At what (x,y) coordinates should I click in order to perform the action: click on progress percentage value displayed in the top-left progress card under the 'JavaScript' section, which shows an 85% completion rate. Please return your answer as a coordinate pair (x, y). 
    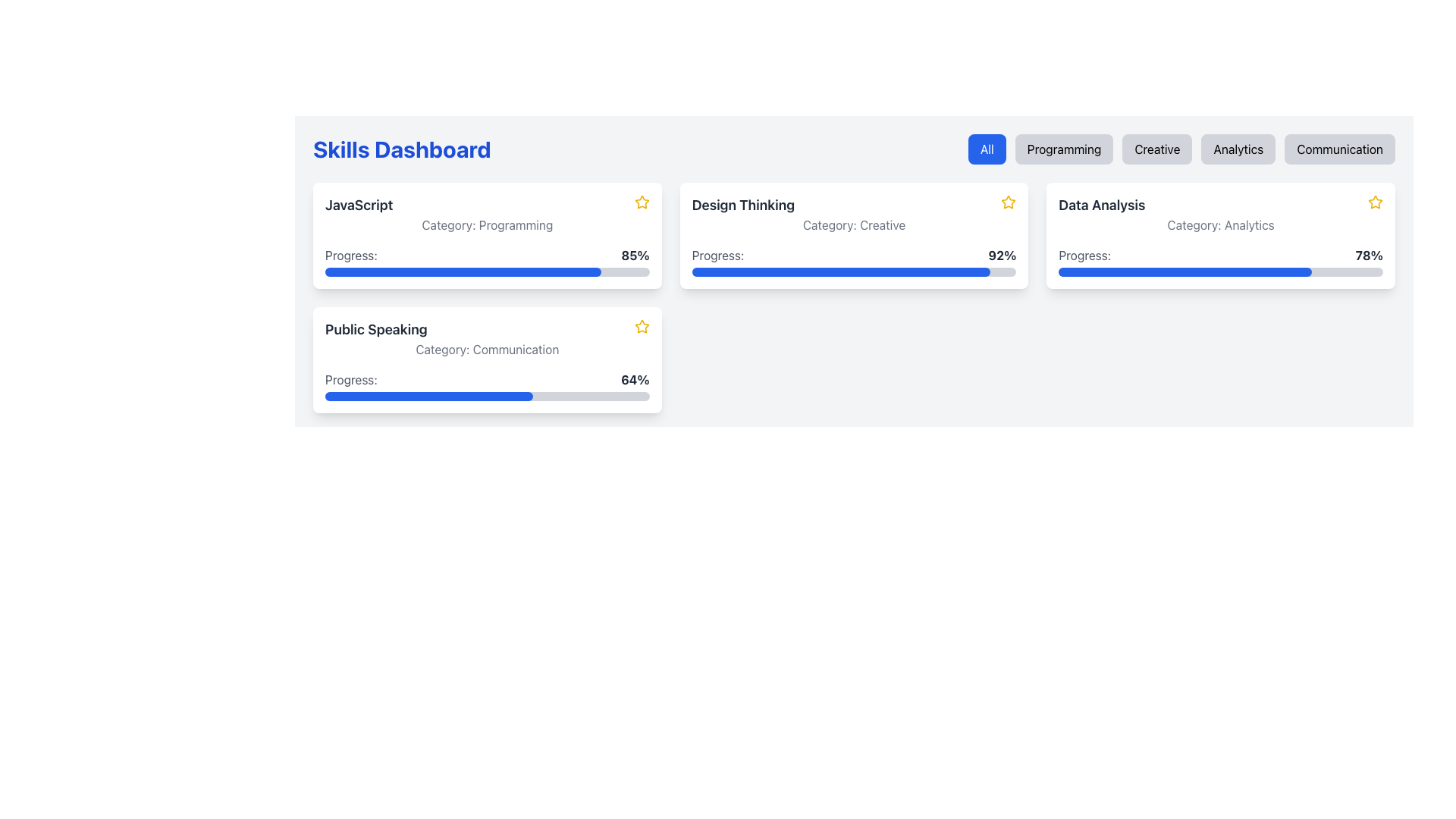
    Looking at the image, I should click on (487, 254).